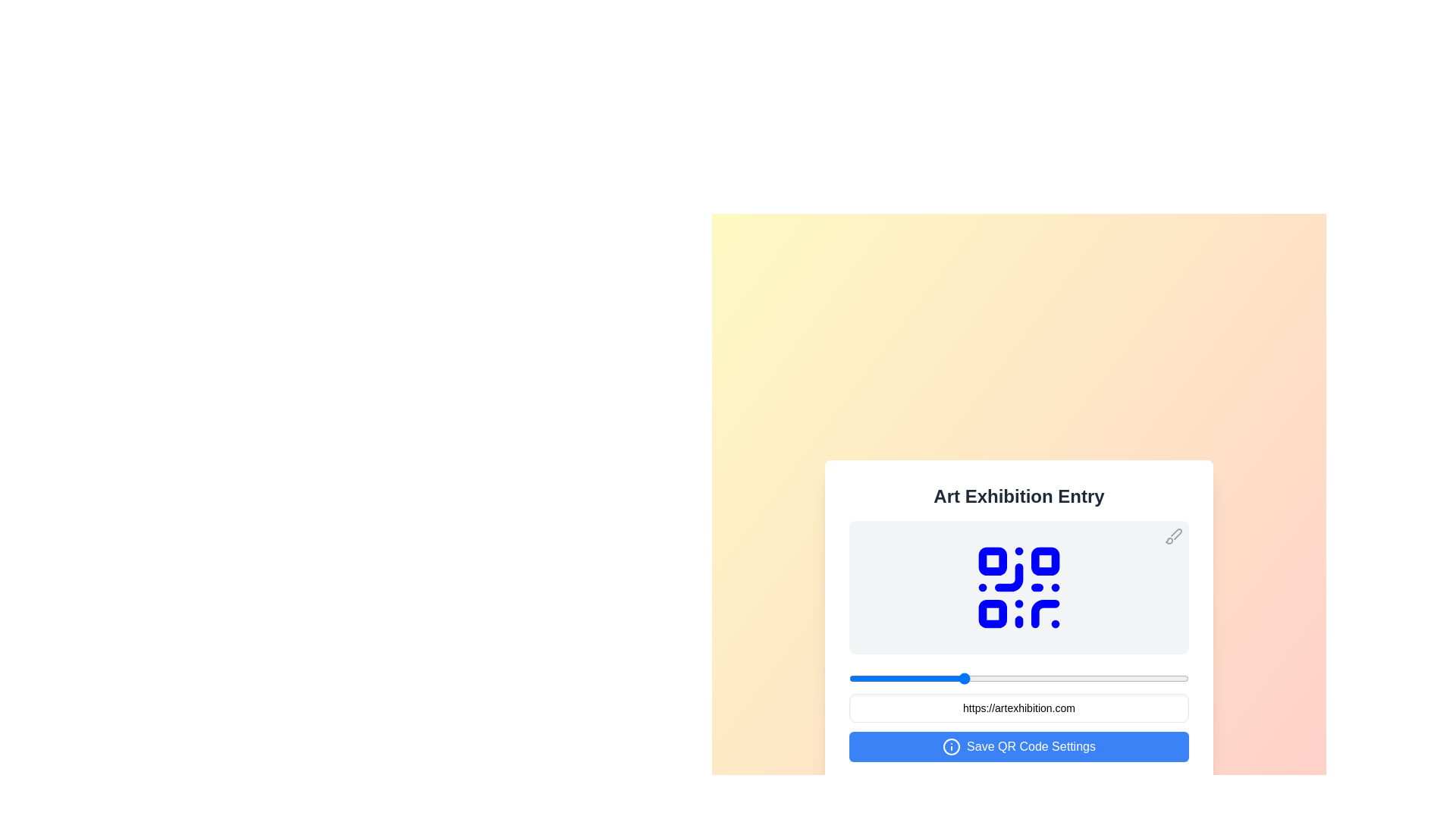 This screenshot has height=819, width=1456. What do you see at coordinates (1019, 587) in the screenshot?
I see `the static visual display containing a blue QR code icon and a blue pen icon, which is located underneath the header 'Art Exhibition Entry'` at bounding box center [1019, 587].